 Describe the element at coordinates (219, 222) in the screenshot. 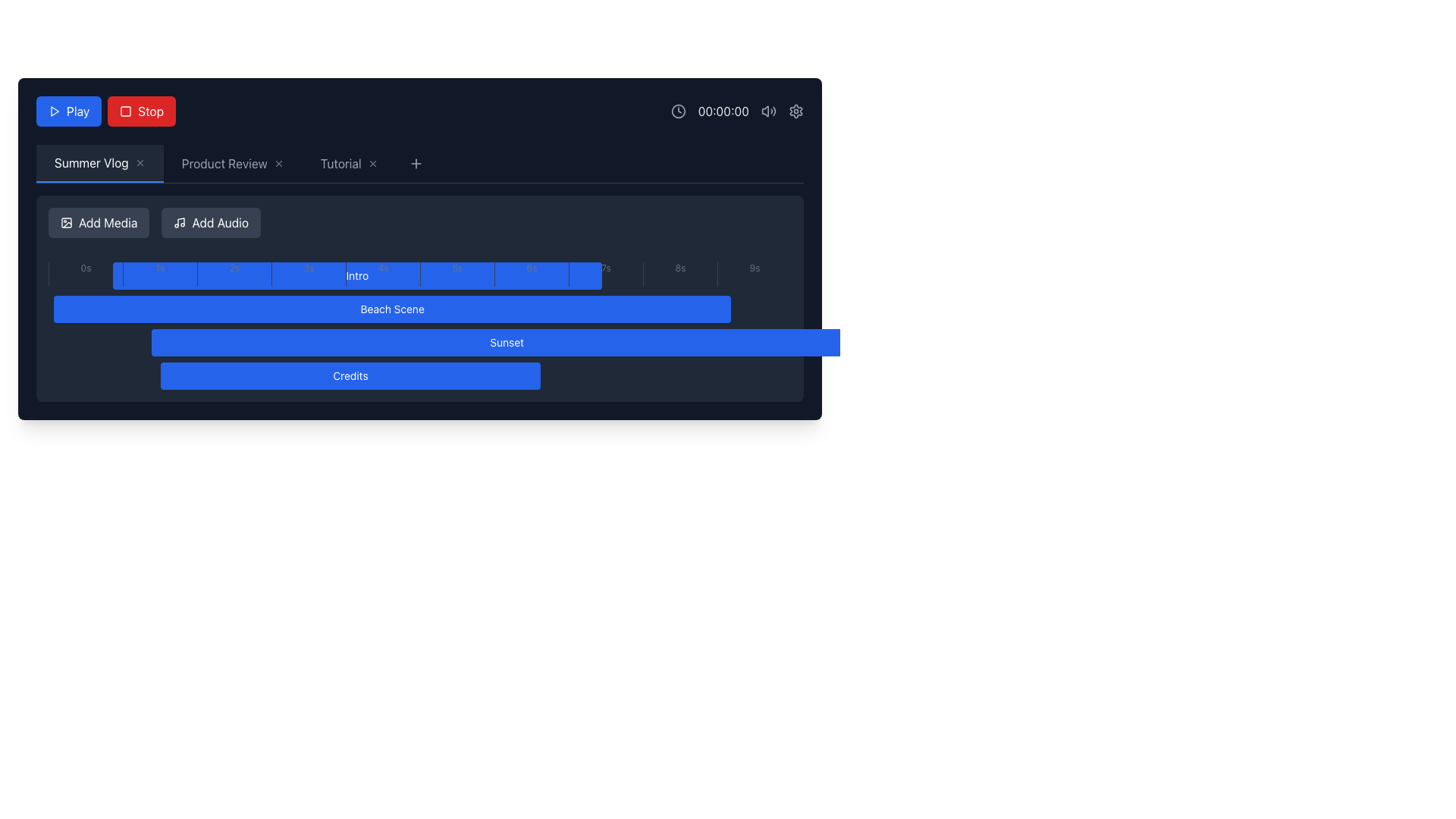

I see `the 'Add Audio' button, which is the second button in the horizontal toolbar displaying white text on a dark gray background` at that location.